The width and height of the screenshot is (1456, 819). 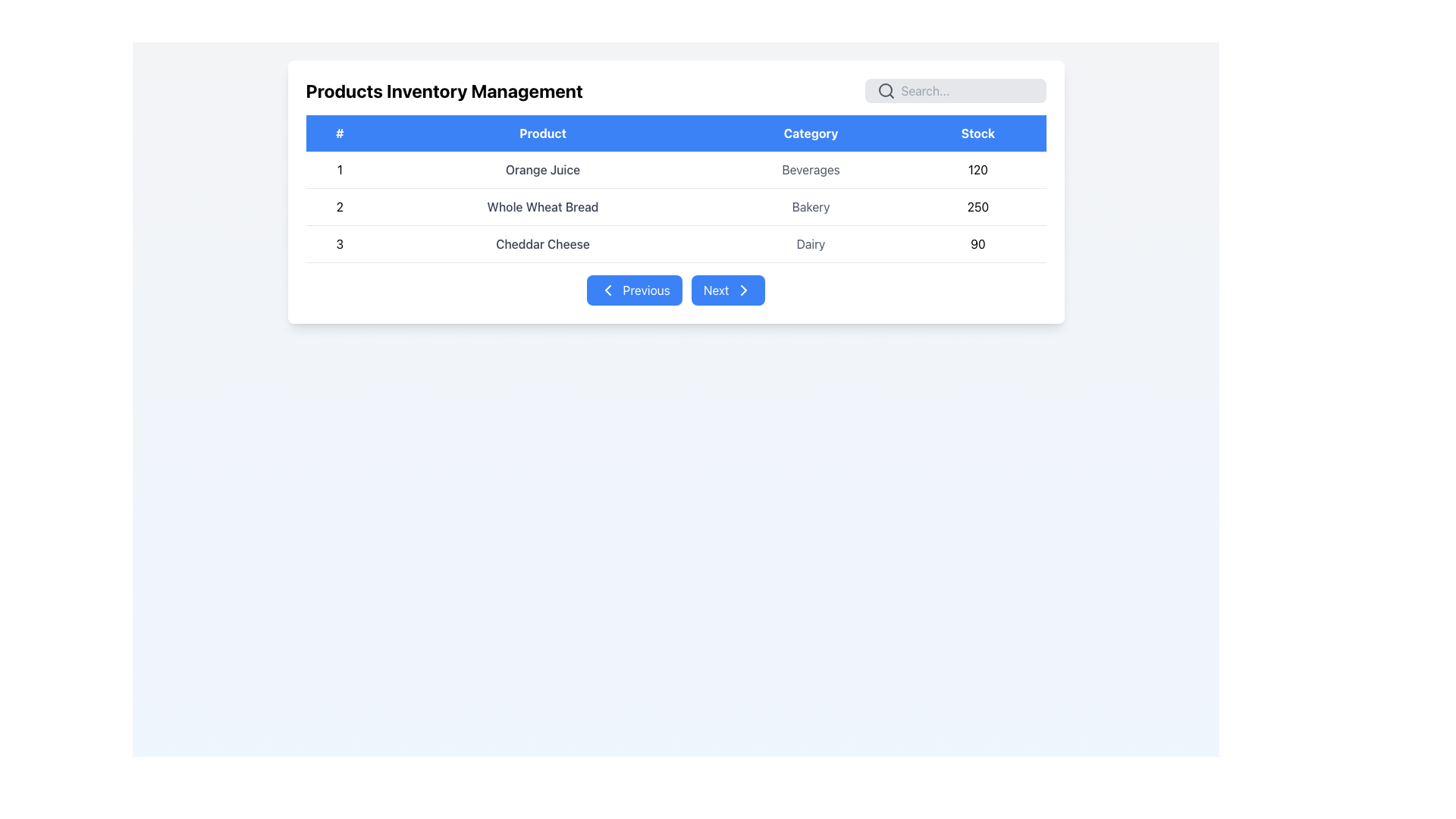 What do you see at coordinates (954, 90) in the screenshot?
I see `the search bar located on the right side of the 'Products Inventory Management' title to focus it for user input` at bounding box center [954, 90].